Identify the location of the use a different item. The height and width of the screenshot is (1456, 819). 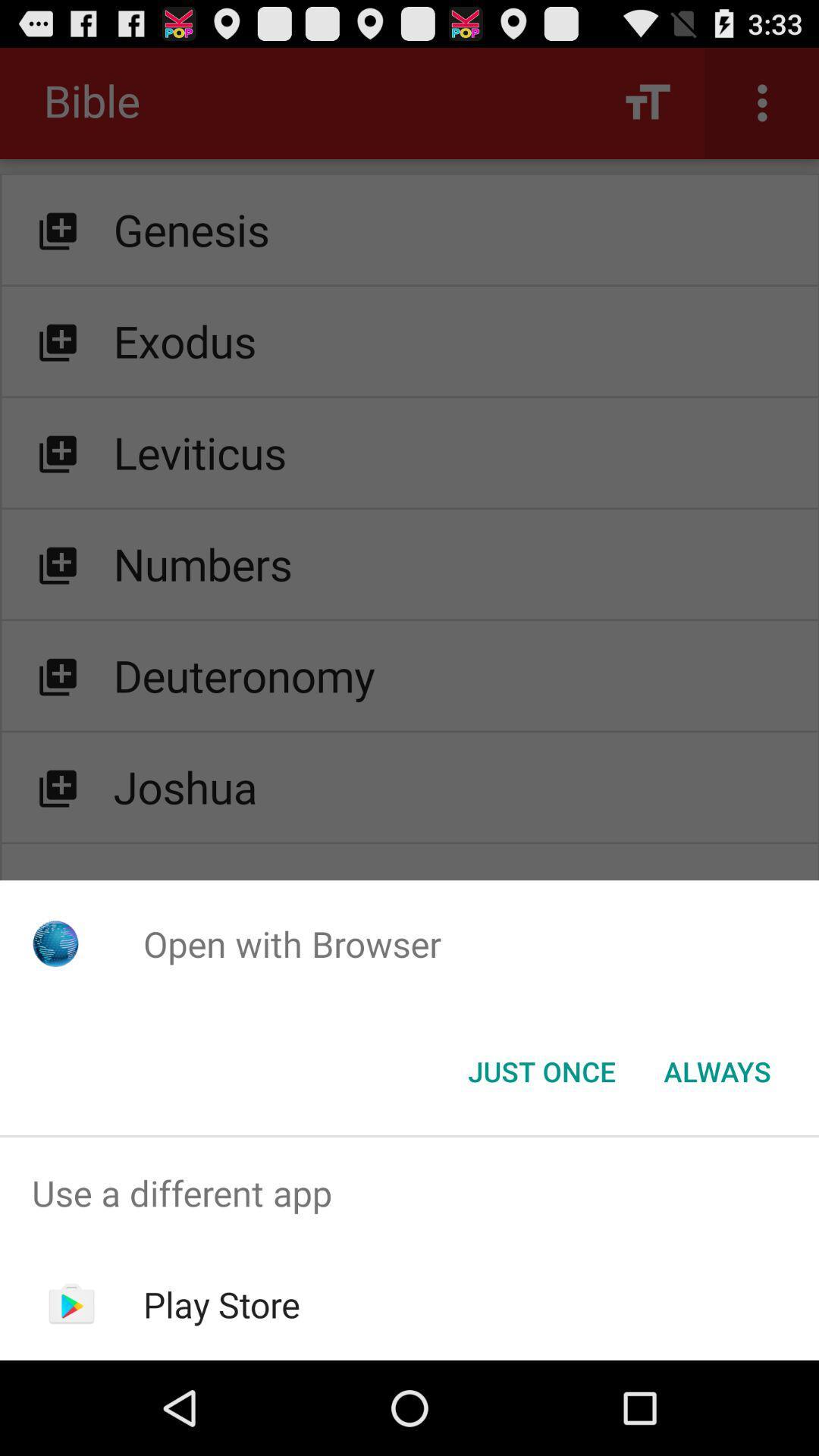
(409, 1192).